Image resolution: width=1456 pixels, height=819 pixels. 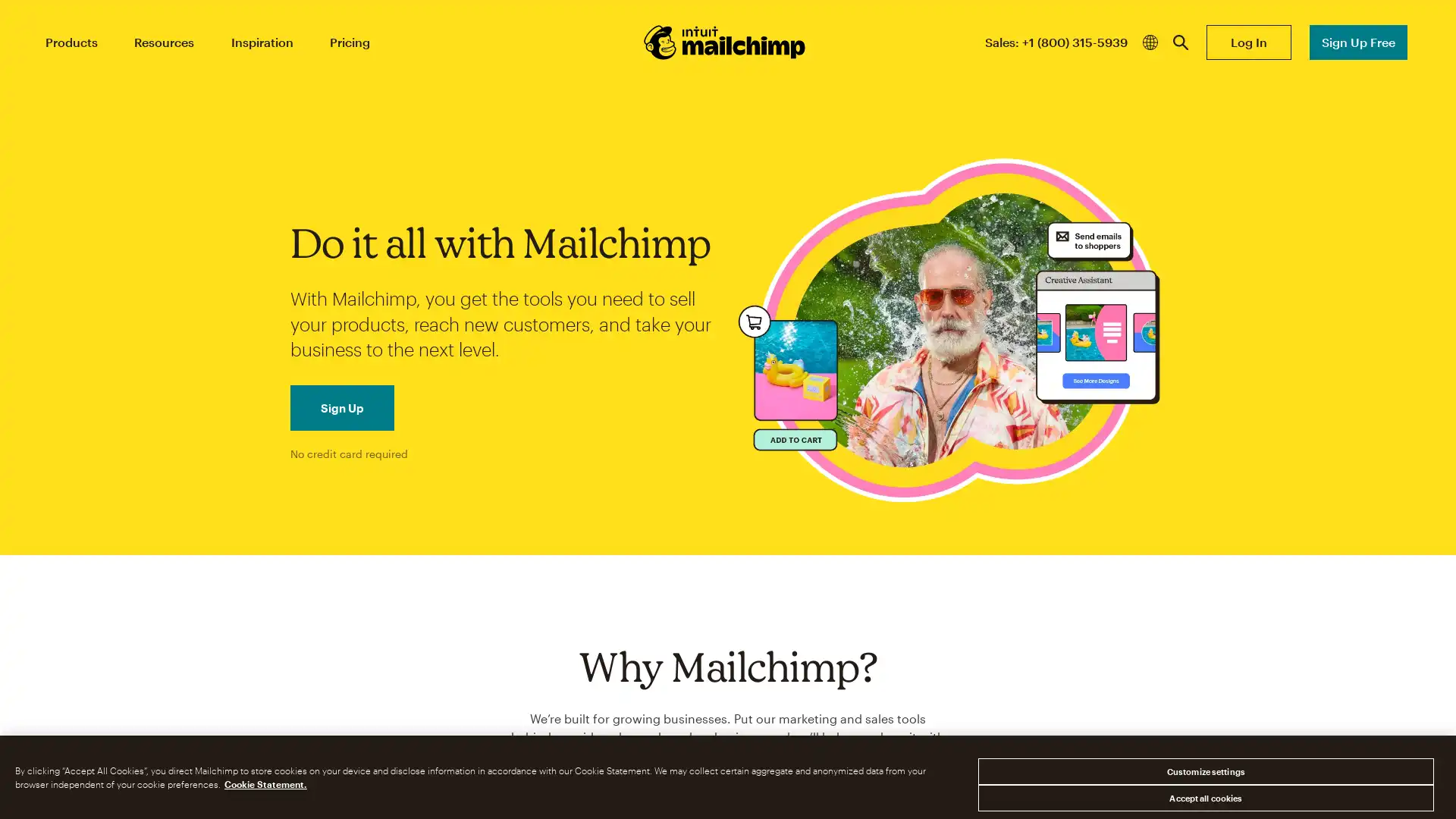 What do you see at coordinates (1204, 771) in the screenshot?
I see `Customize settings` at bounding box center [1204, 771].